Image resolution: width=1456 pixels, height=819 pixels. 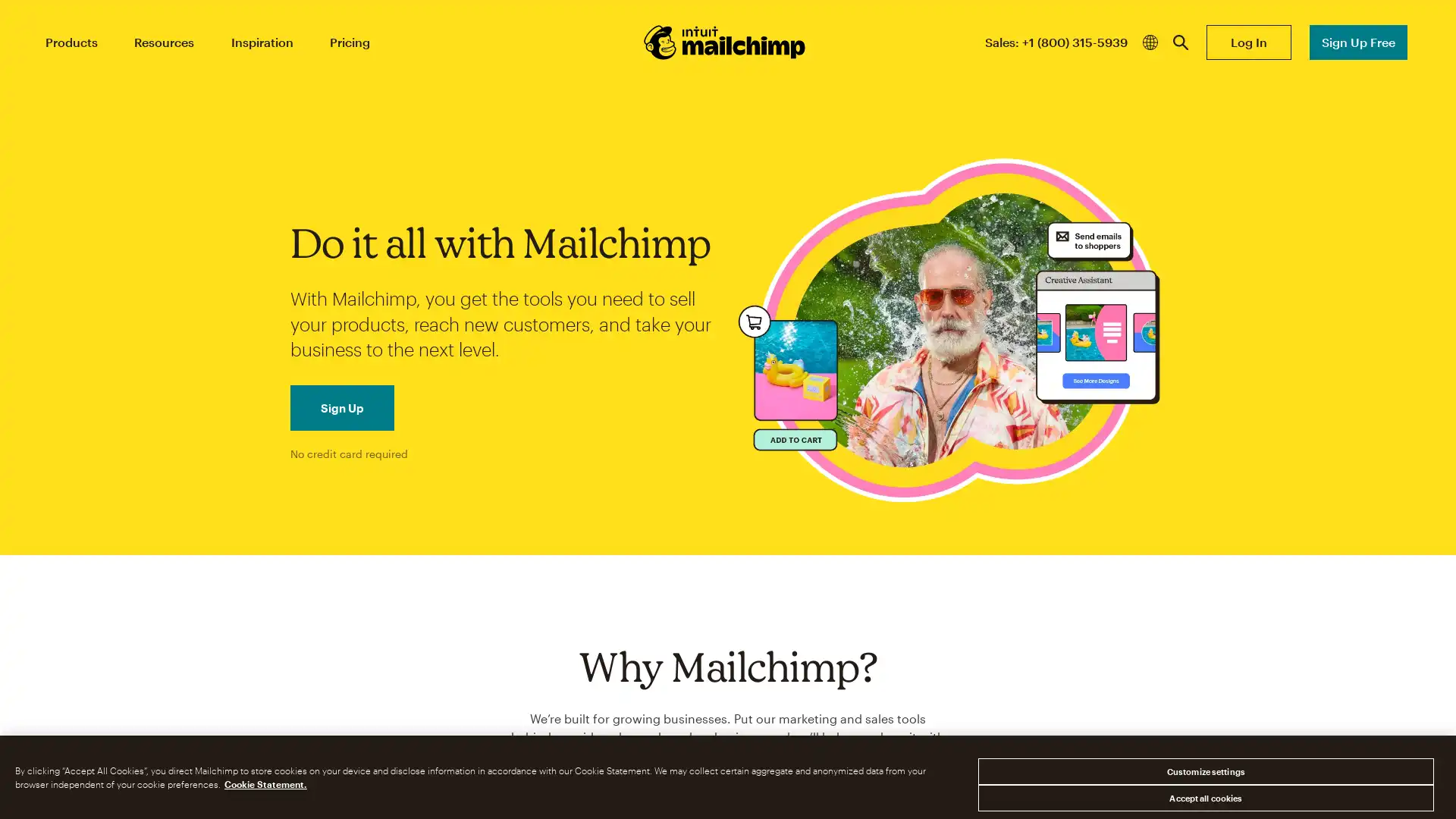 What do you see at coordinates (1204, 771) in the screenshot?
I see `Customize settings` at bounding box center [1204, 771].